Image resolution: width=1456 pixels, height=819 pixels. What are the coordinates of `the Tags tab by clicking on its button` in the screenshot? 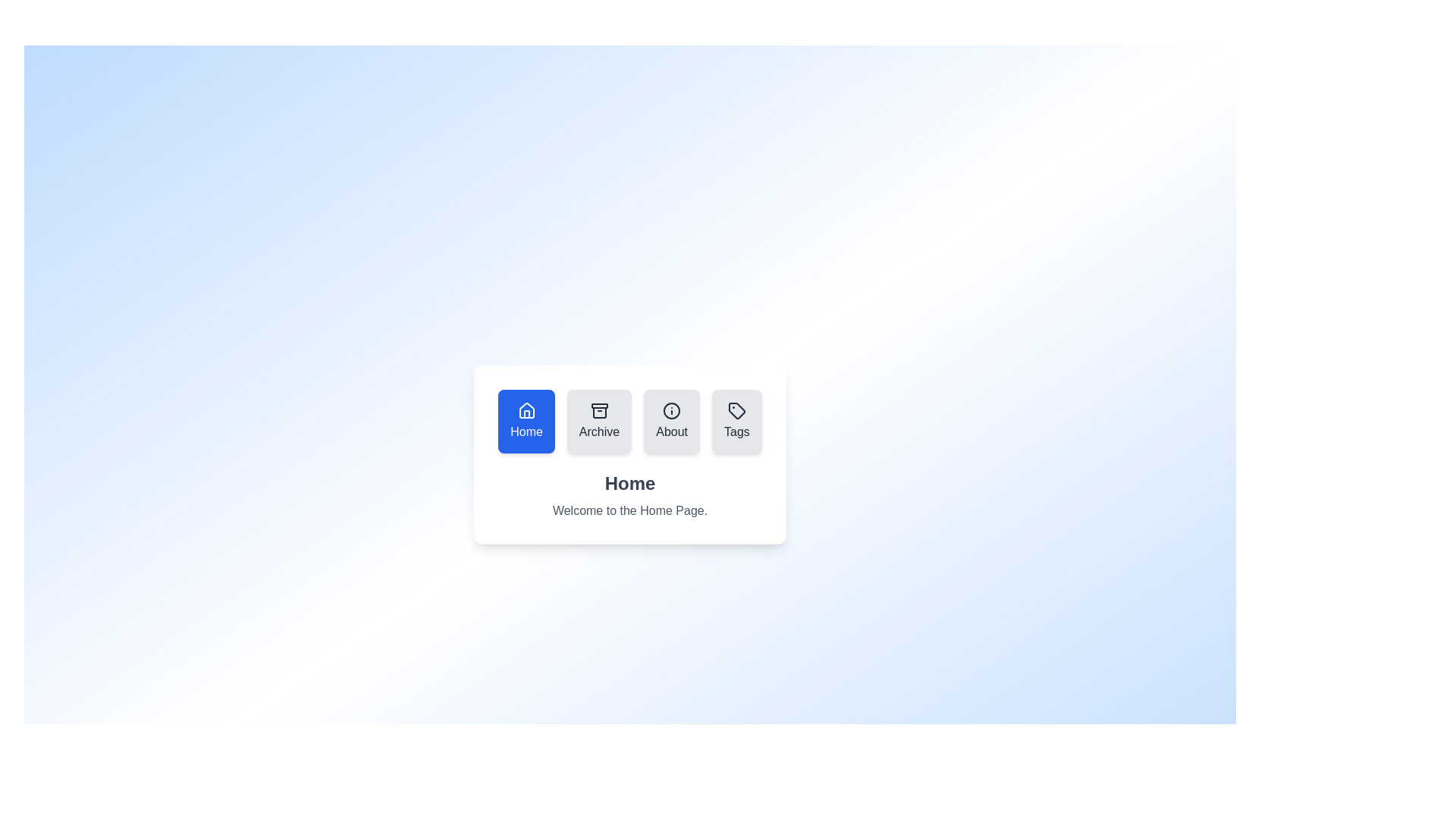 It's located at (736, 421).